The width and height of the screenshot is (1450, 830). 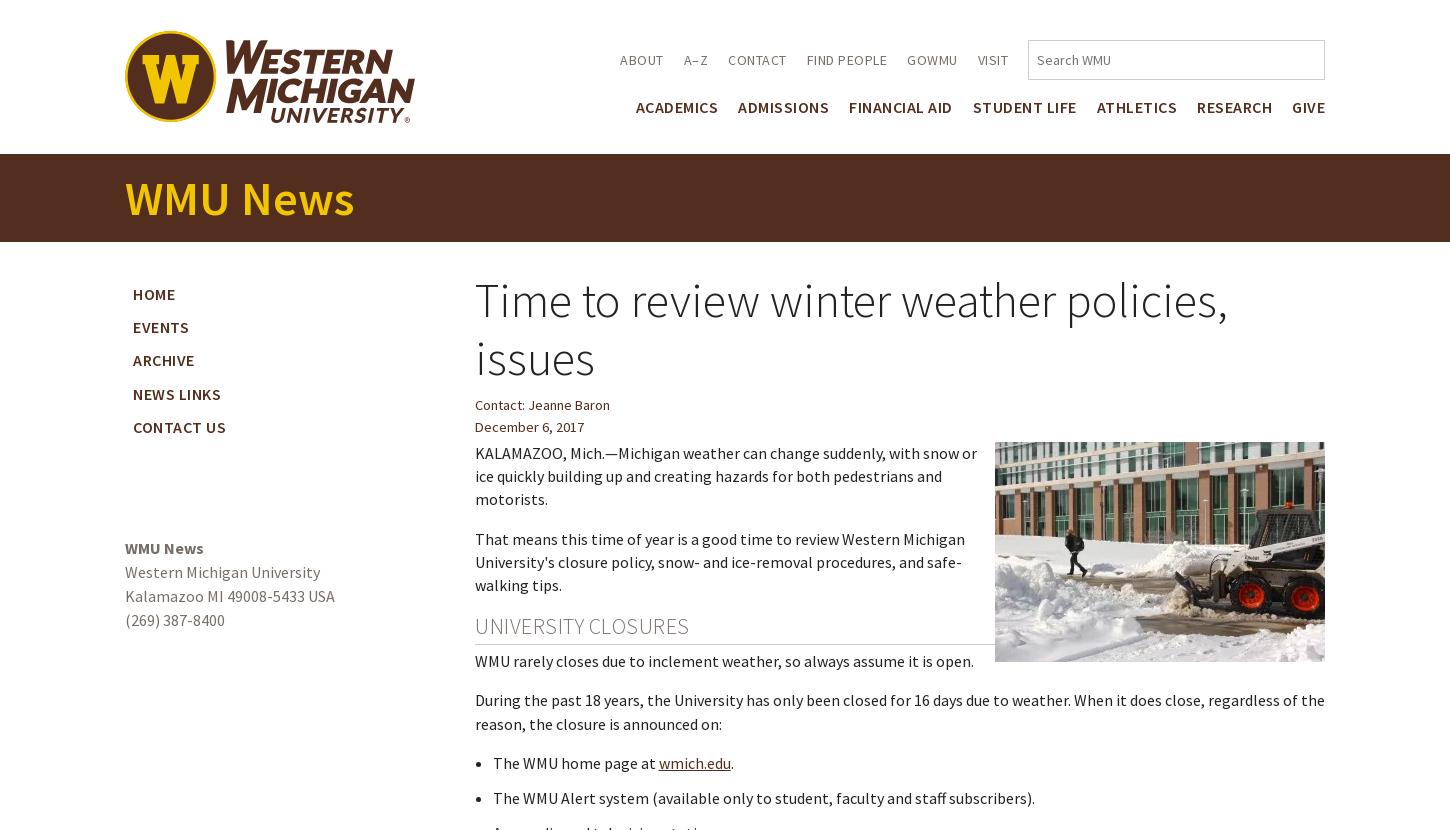 What do you see at coordinates (474, 624) in the screenshot?
I see `'University closures'` at bounding box center [474, 624].